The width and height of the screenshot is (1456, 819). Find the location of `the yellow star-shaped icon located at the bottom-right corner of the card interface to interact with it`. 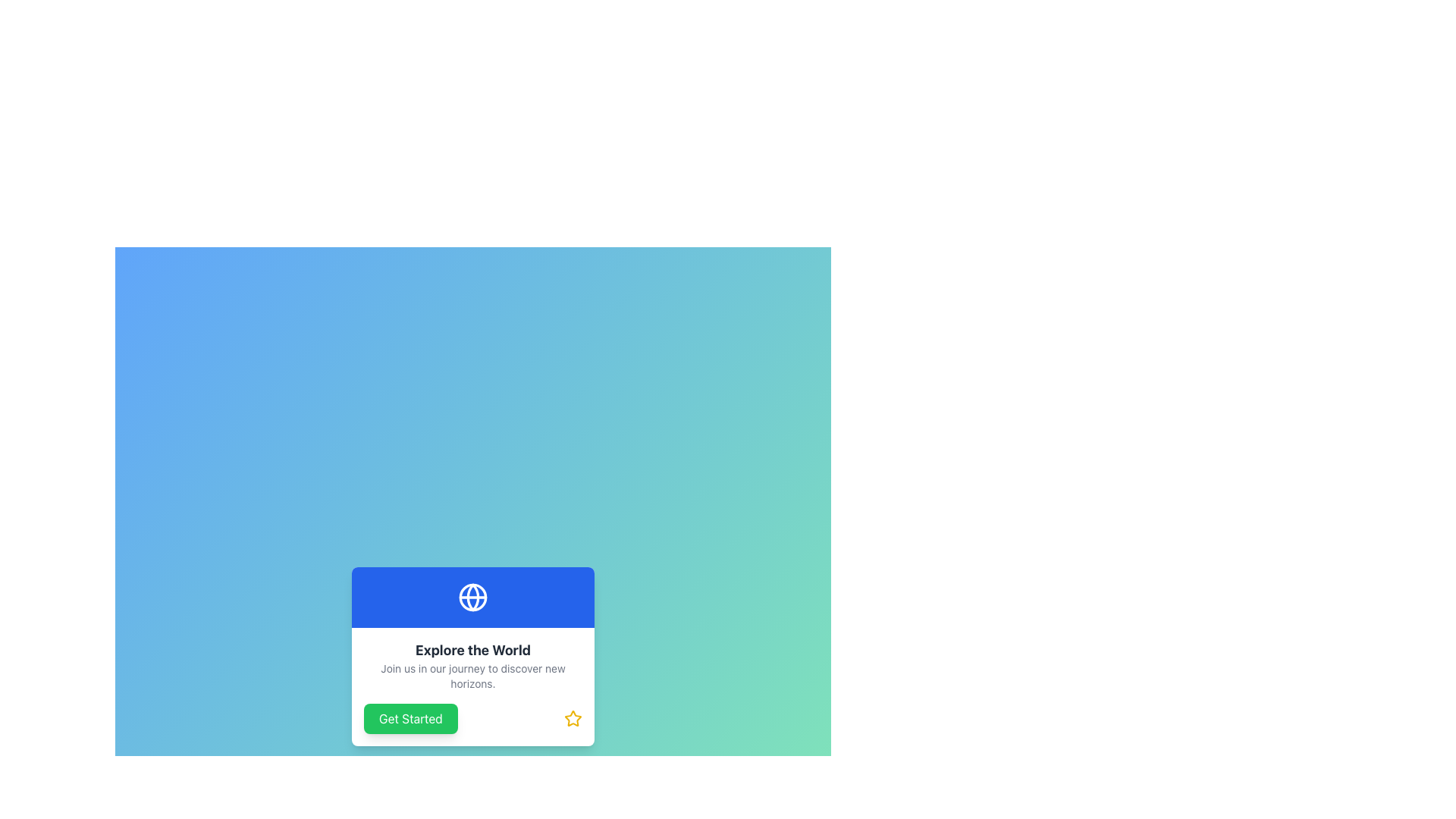

the yellow star-shaped icon located at the bottom-right corner of the card interface to interact with it is located at coordinates (572, 718).